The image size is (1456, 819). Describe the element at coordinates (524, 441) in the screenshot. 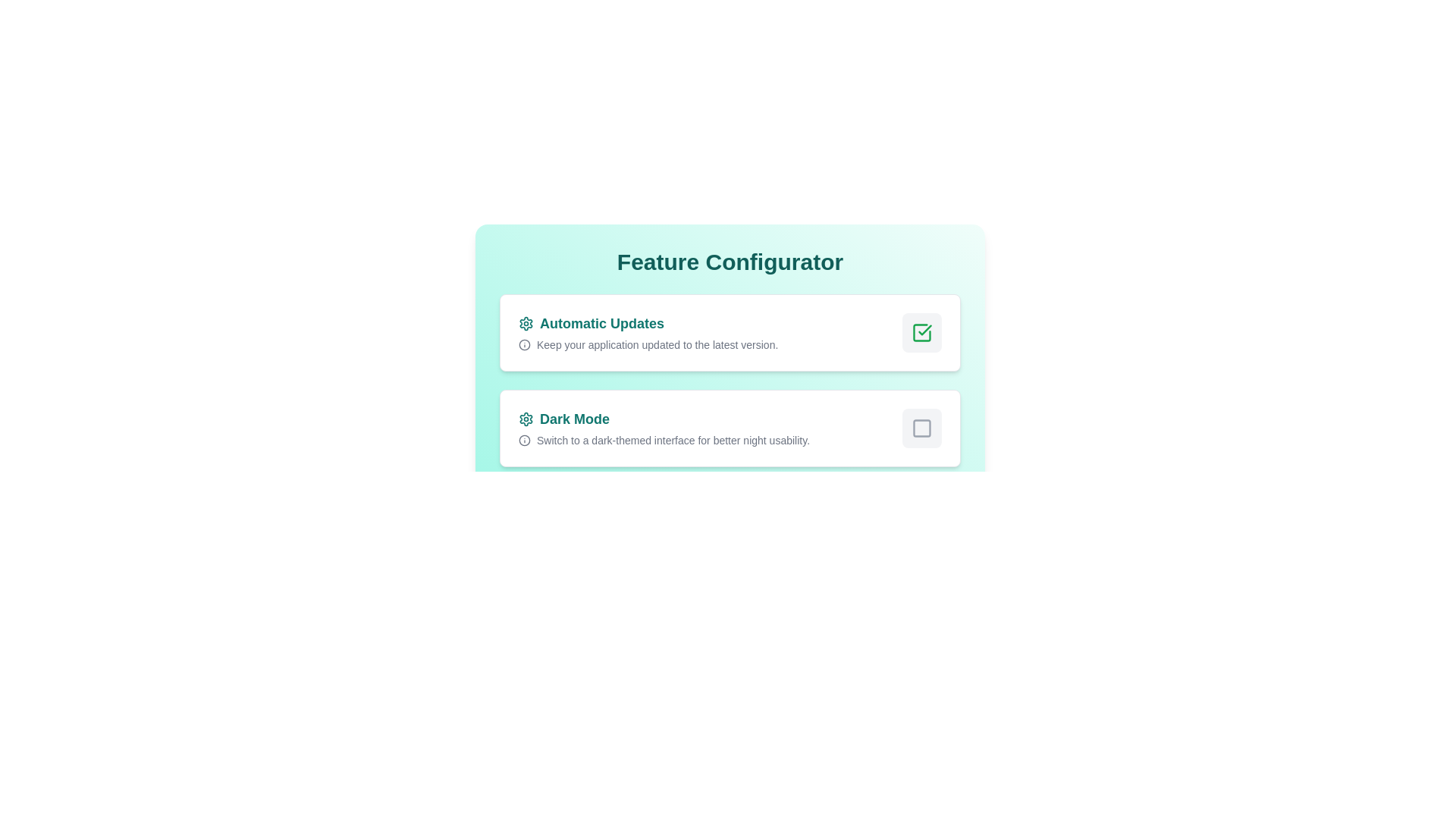

I see `the informational icon located immediately to the left of the text 'Switch to a dark-themed interface for better night usability.' in the 'Dark Mode' section` at that location.